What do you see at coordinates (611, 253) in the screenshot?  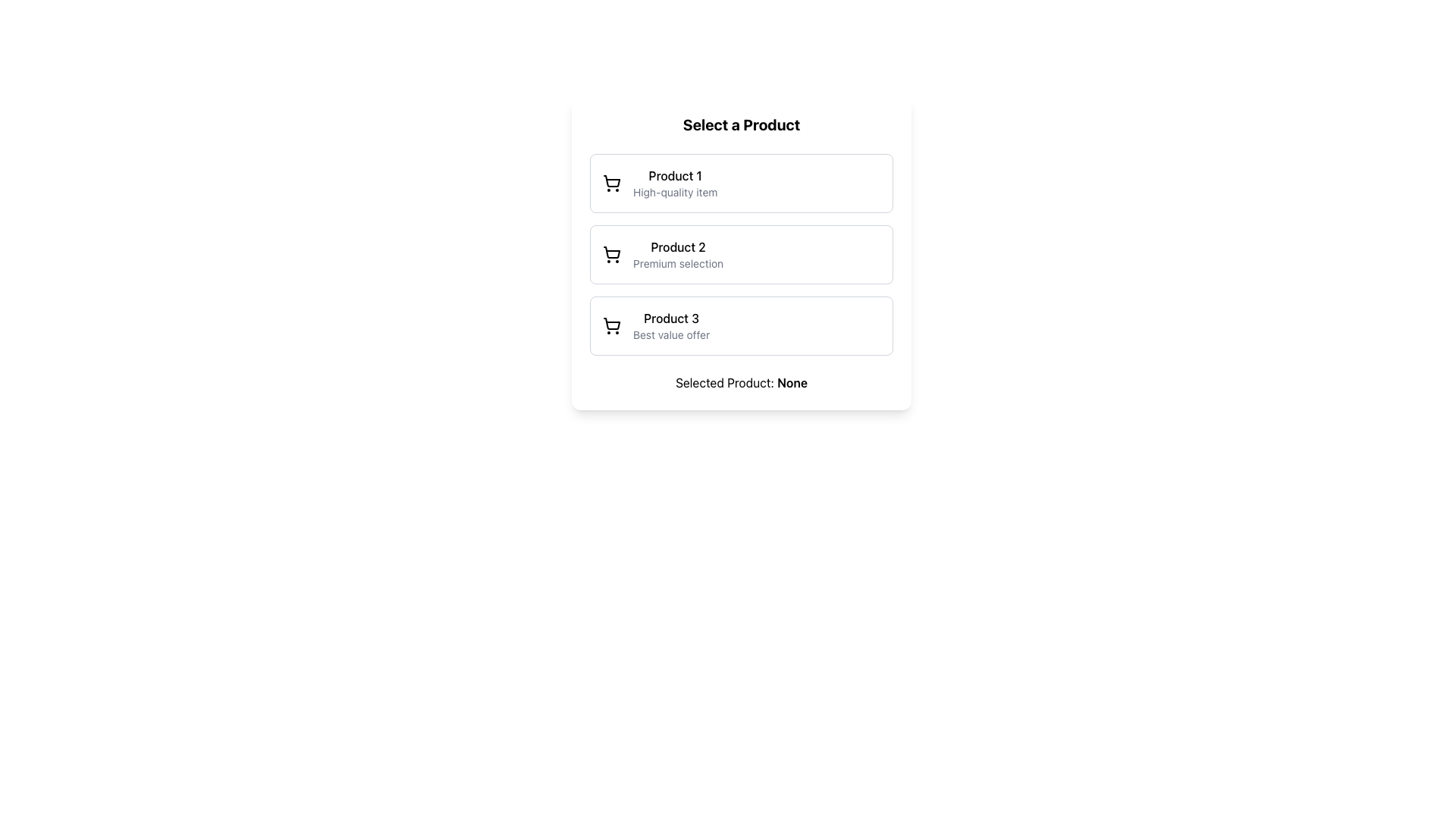 I see `the shopping cart icon located directly to the left of the text 'Product 2'` at bounding box center [611, 253].